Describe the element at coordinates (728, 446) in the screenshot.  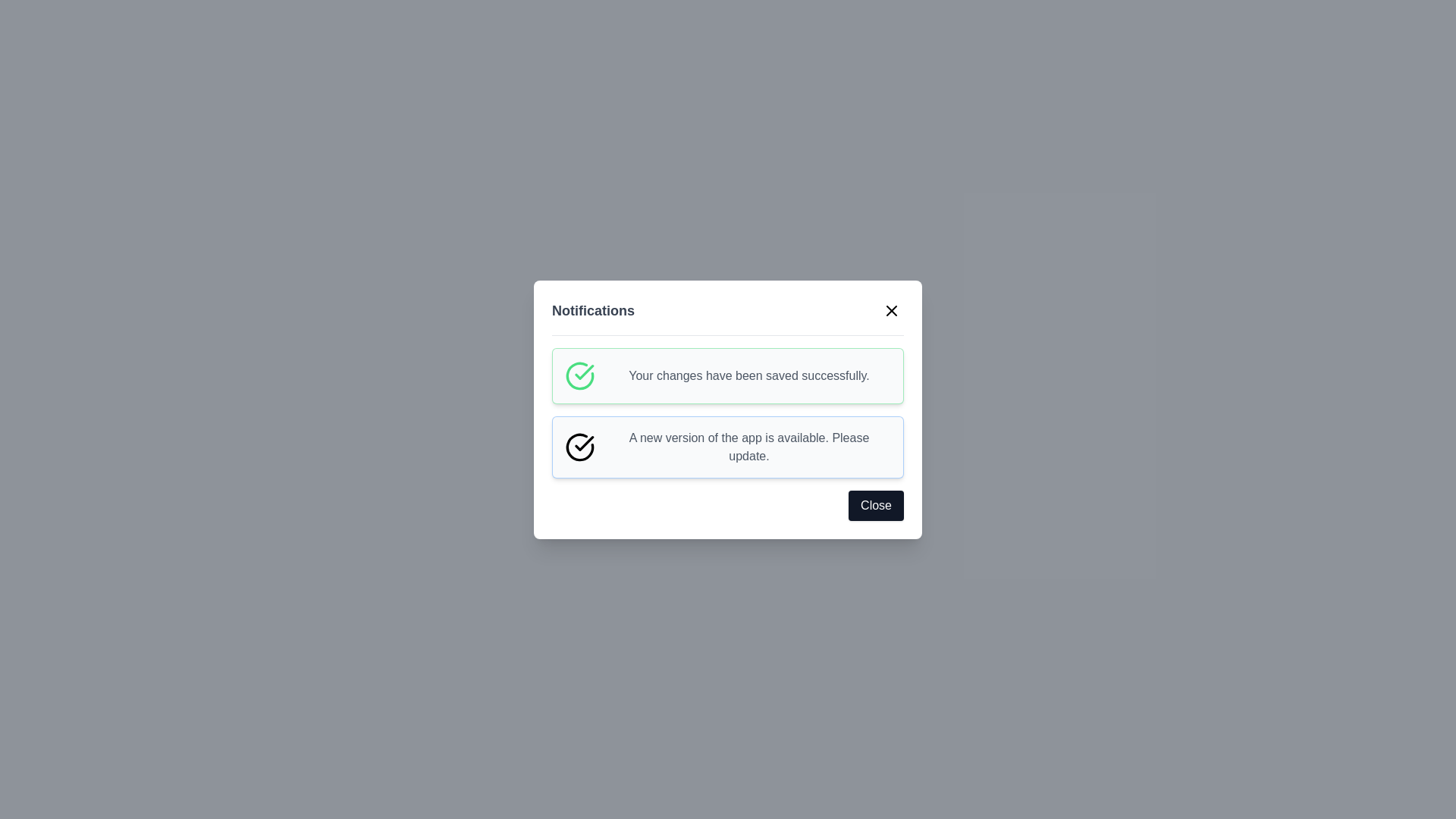
I see `the second Notification alert box that informs the user about a newly available version of the application` at that location.